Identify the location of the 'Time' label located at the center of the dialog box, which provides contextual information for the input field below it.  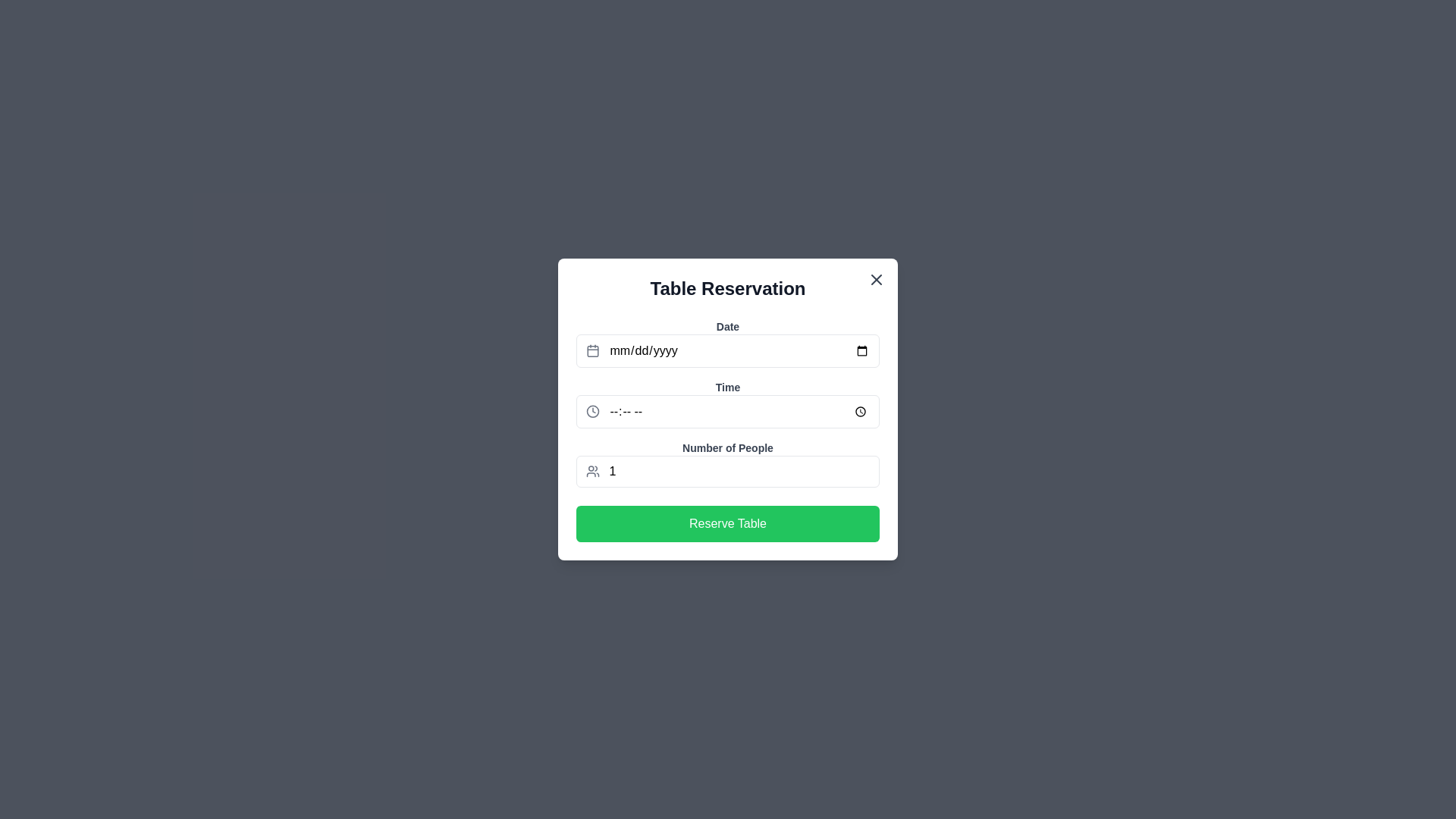
(728, 386).